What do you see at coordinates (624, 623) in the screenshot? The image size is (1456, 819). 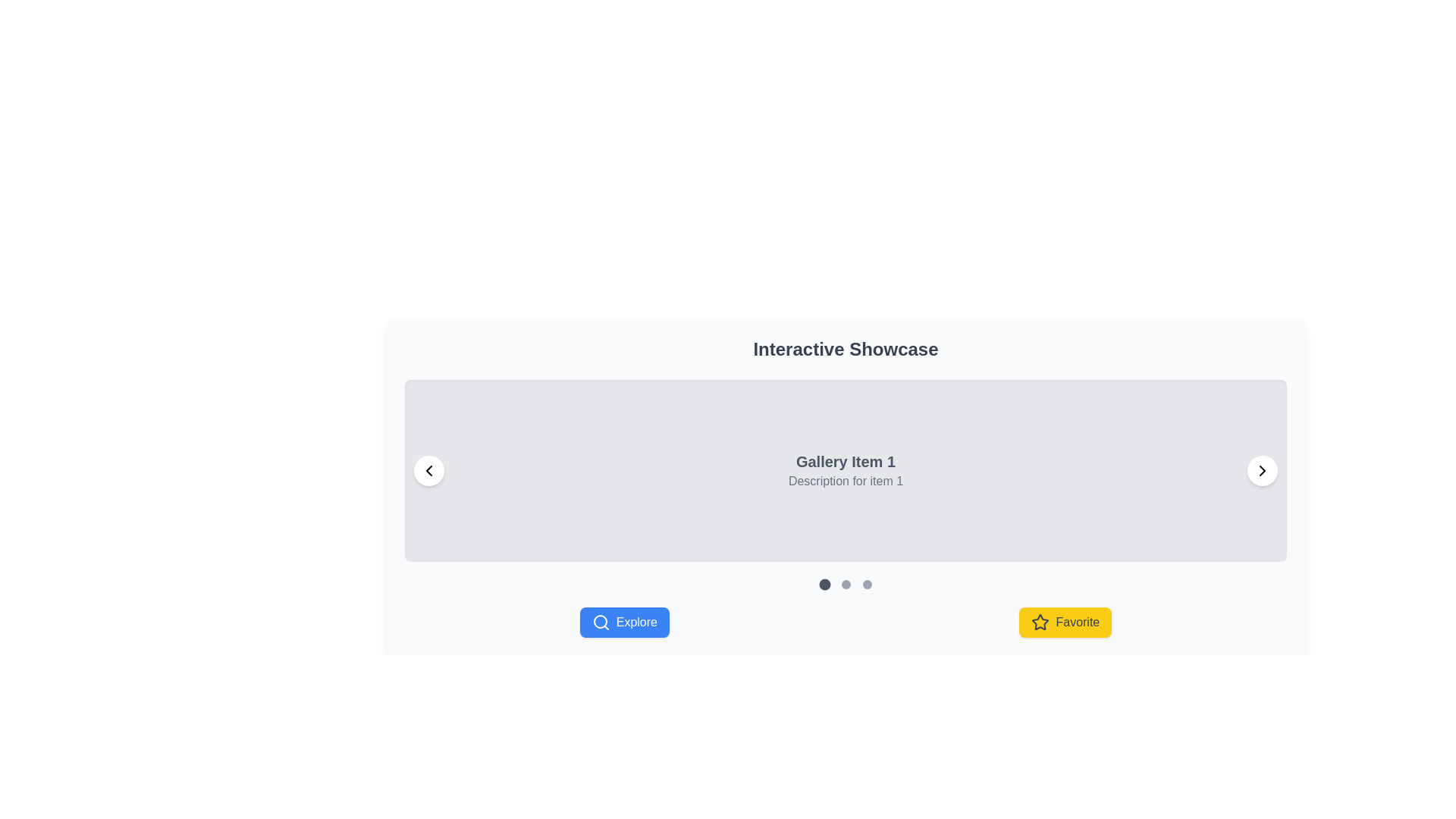 I see `the blue button labeled 'Explore' with white text and a search icon to trigger the hover effect` at bounding box center [624, 623].